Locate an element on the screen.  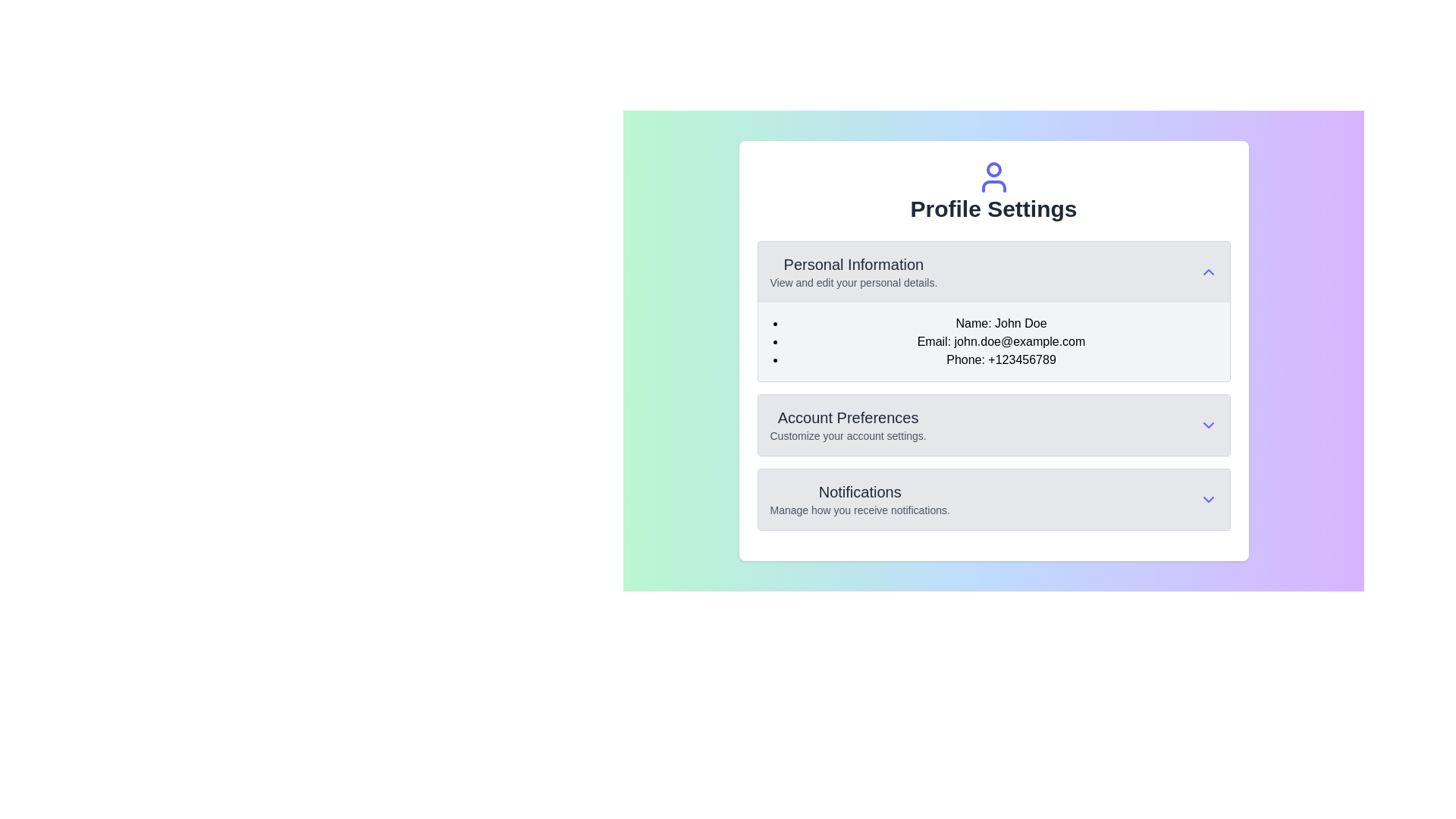
the text label displaying 'View and edit your personal details.' which is located beneath the 'Personal Information' heading in the section box is located at coordinates (853, 283).